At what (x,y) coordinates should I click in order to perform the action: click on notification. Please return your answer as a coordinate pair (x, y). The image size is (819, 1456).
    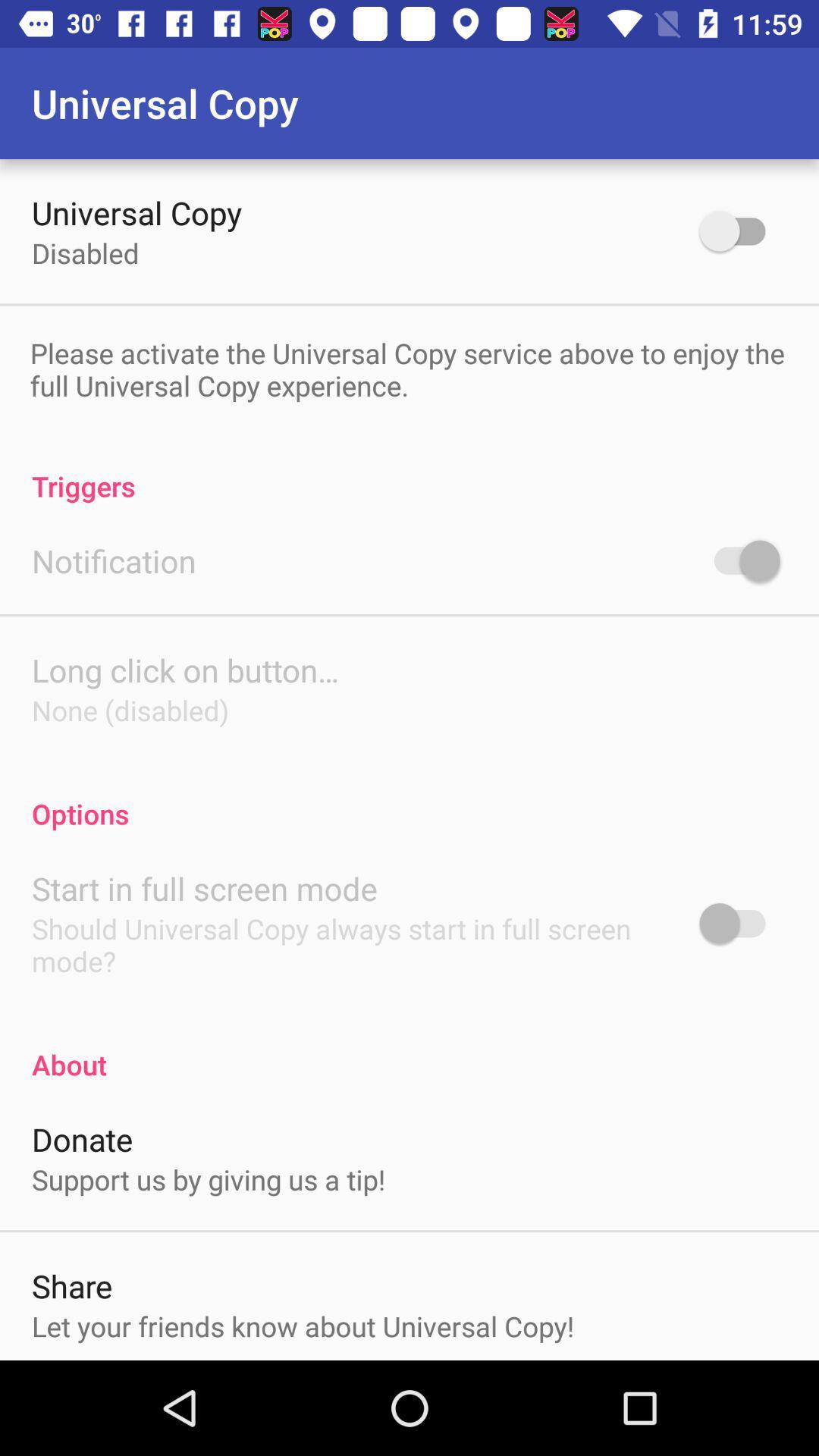
    Looking at the image, I should click on (739, 560).